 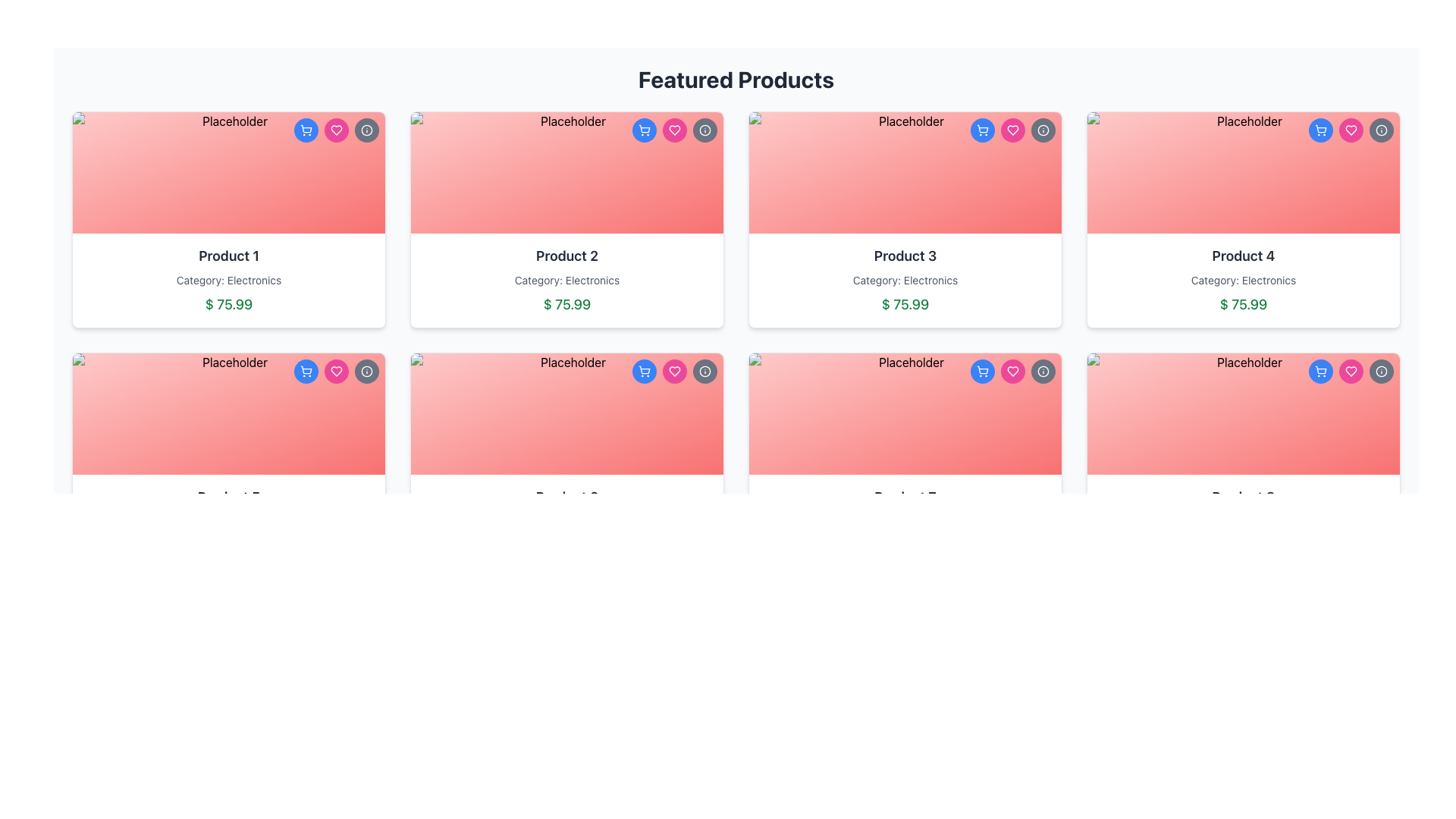 I want to click on the circular blue button with a shopping cart icon located at the top-right corner of the product card for 'Product 4', so click(x=1320, y=130).